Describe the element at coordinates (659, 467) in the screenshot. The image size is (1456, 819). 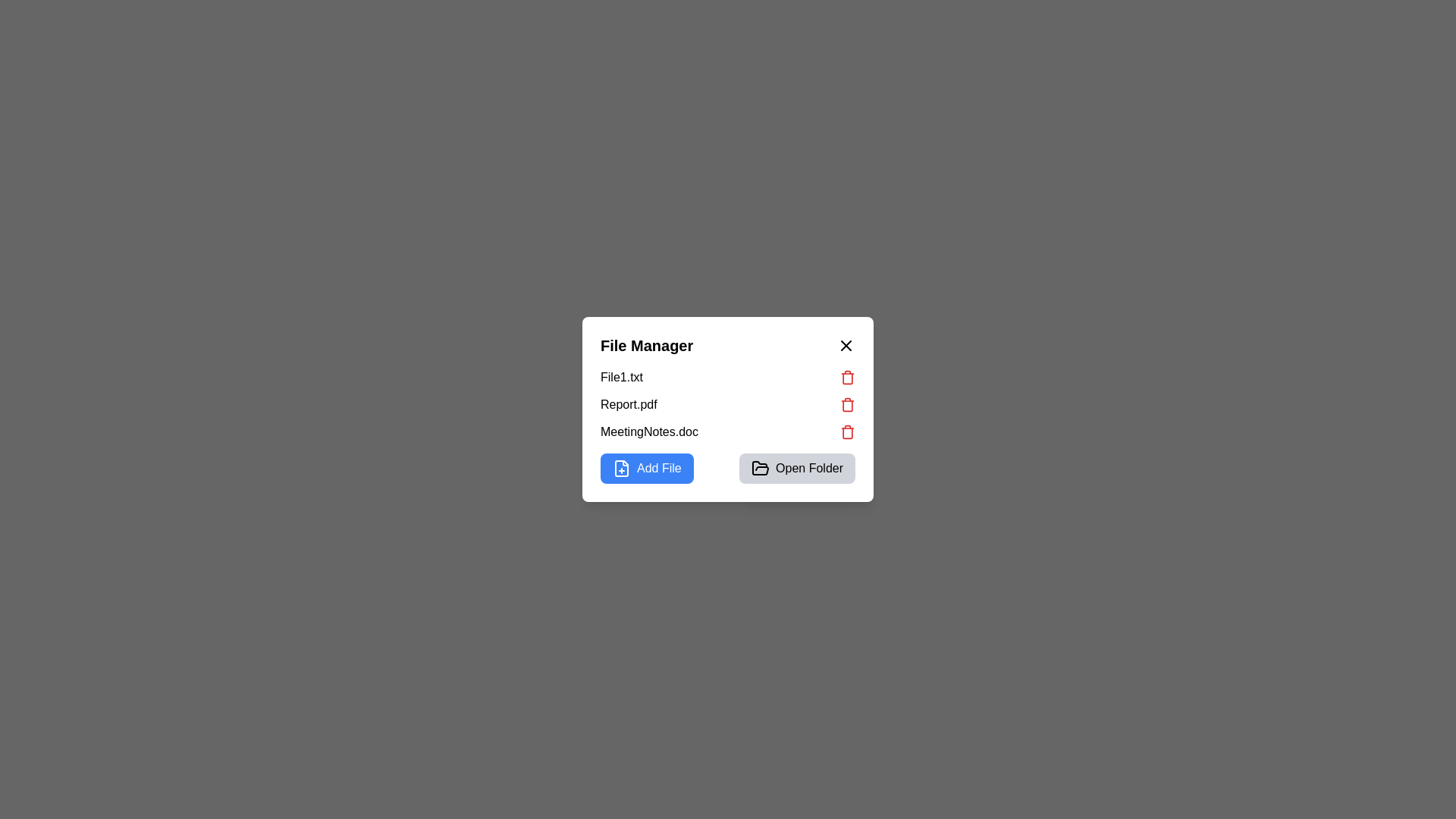
I see `the 'Add File' button located at the bottom-left corner of the 'File Manager' dialog box` at that location.